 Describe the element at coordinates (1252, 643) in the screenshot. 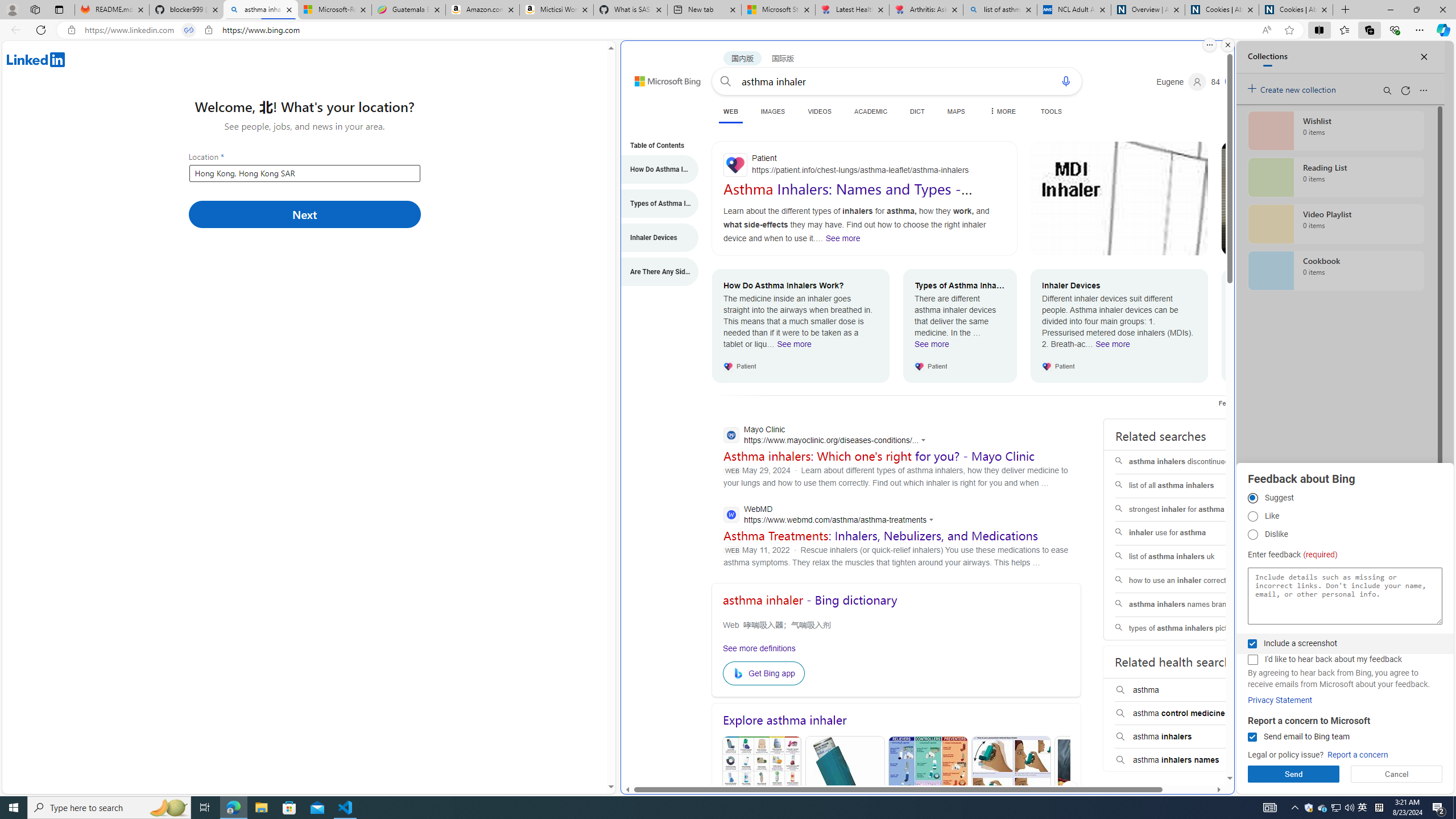

I see `'Include a screenshot'` at that location.